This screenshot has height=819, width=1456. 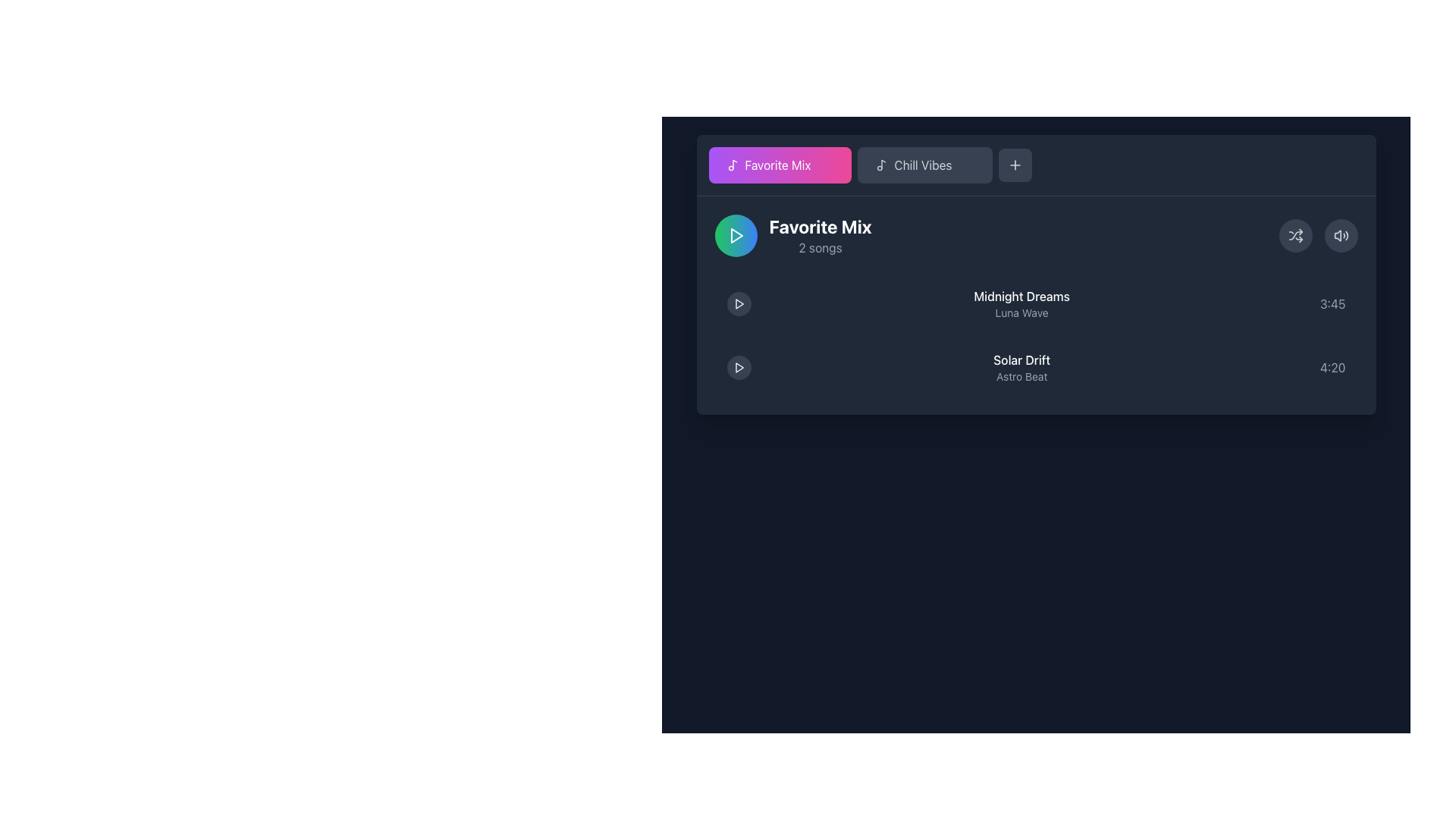 I want to click on the 'Chill Vibes' button located between the 'Favorite Mix' button and the circular plus icon button at the top of the interface, so click(x=924, y=165).